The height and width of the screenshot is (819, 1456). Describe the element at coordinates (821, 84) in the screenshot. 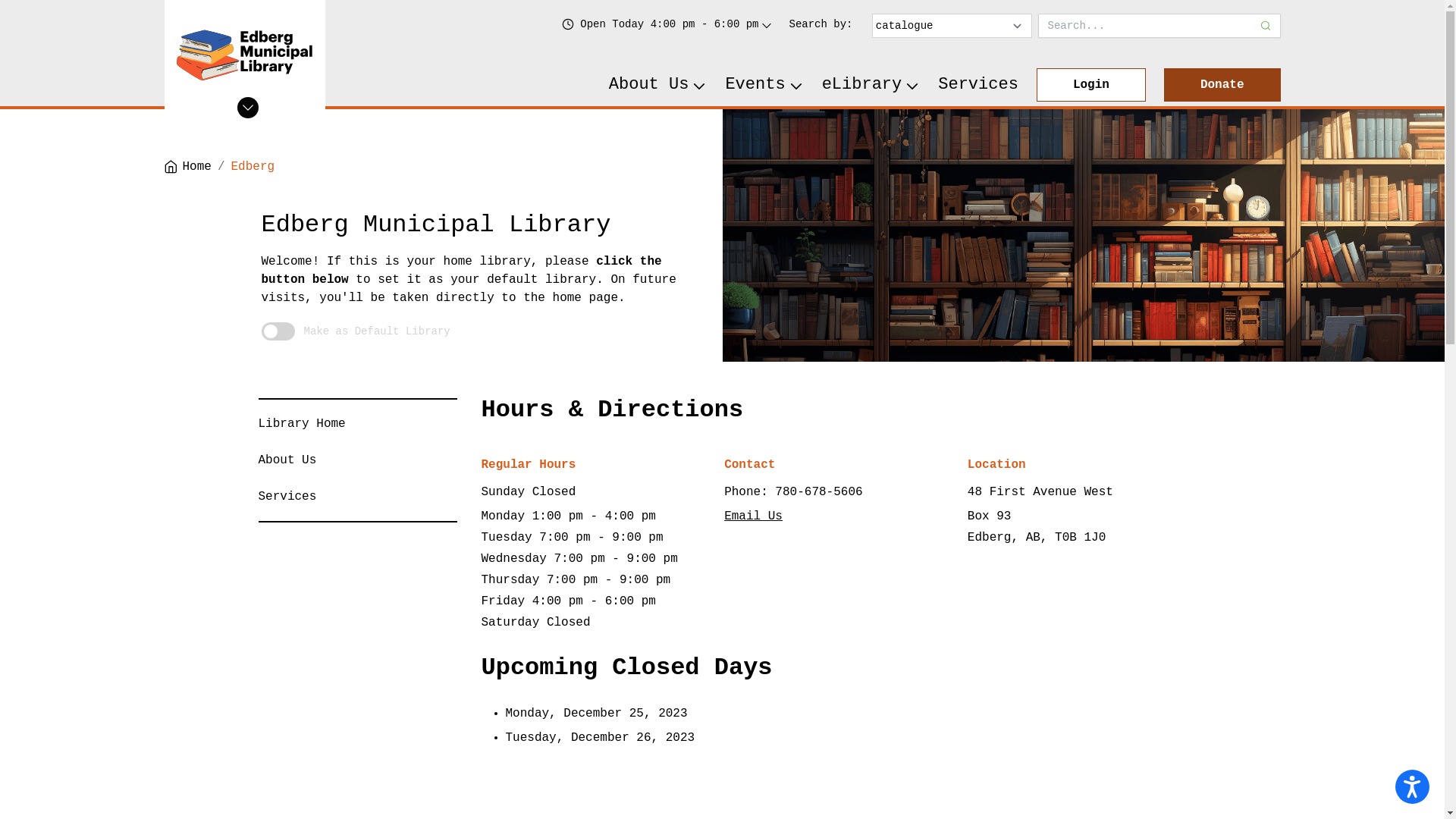

I see `'eLibrary'` at that location.